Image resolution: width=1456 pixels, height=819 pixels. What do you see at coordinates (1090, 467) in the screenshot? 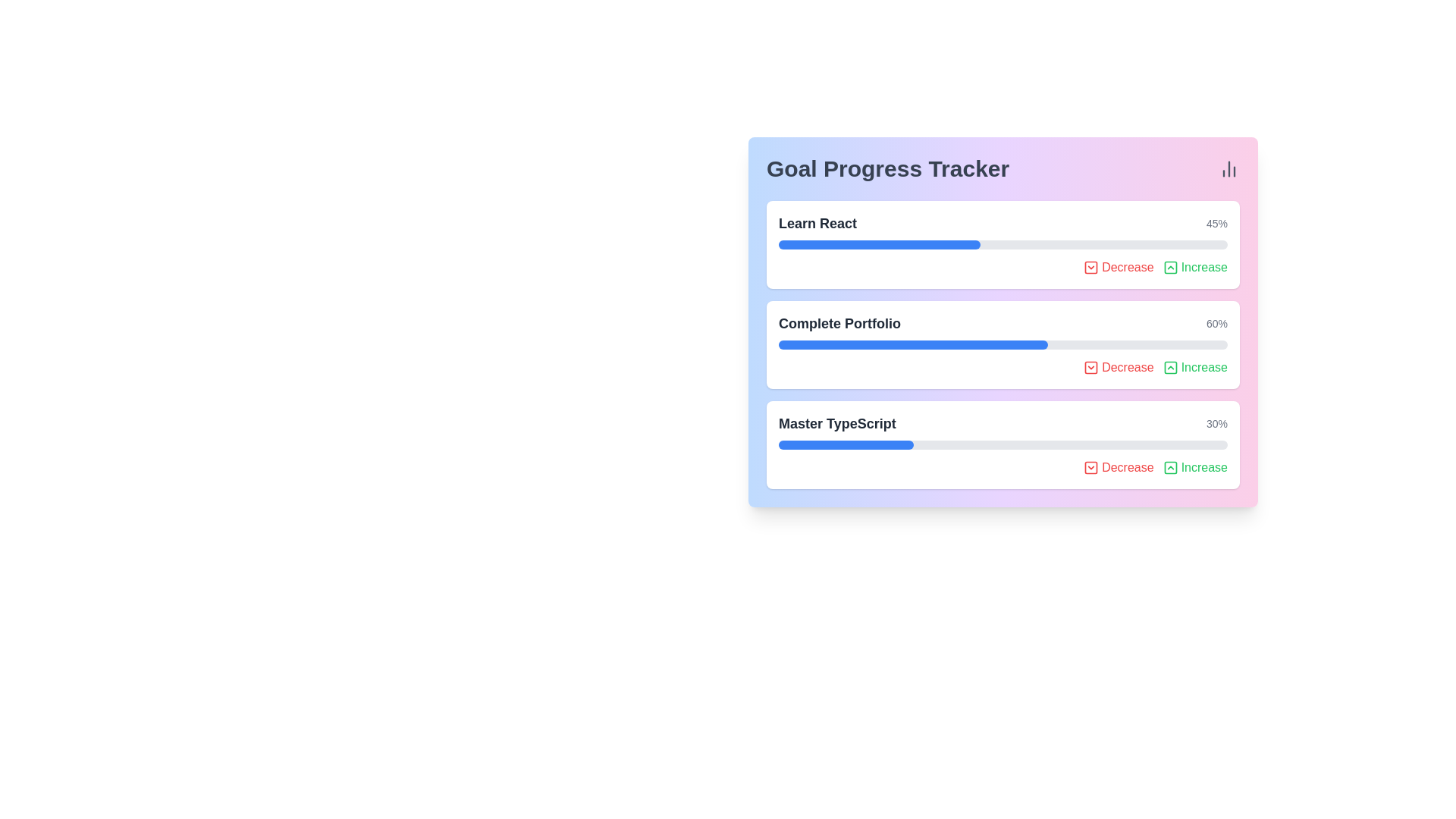
I see `the downward-facing chevron icon within the 'Decrease' button of the third goal entry labeled 'Master TypeScript'` at bounding box center [1090, 467].